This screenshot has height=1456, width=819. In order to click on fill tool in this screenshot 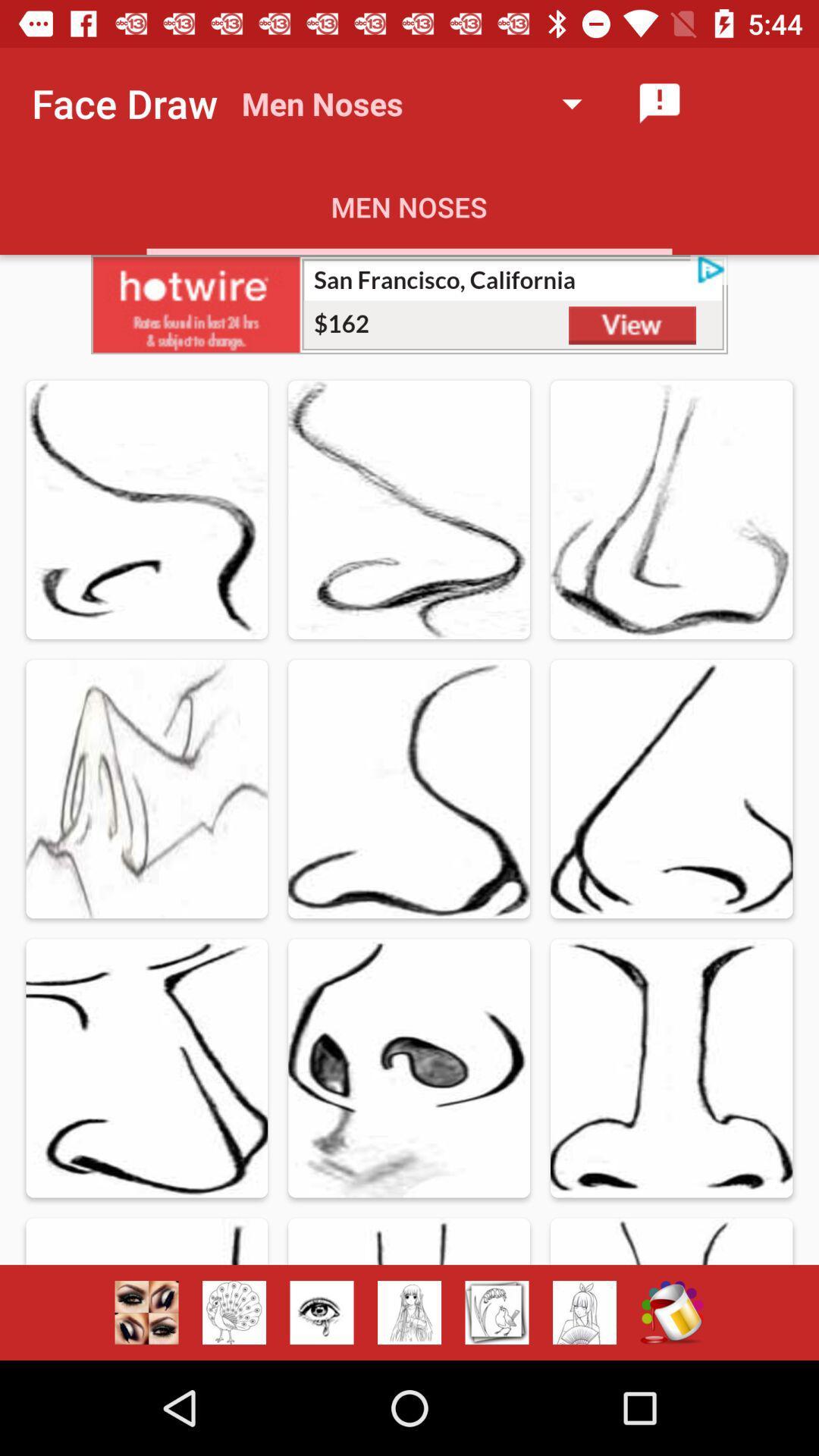, I will do `click(671, 1312)`.